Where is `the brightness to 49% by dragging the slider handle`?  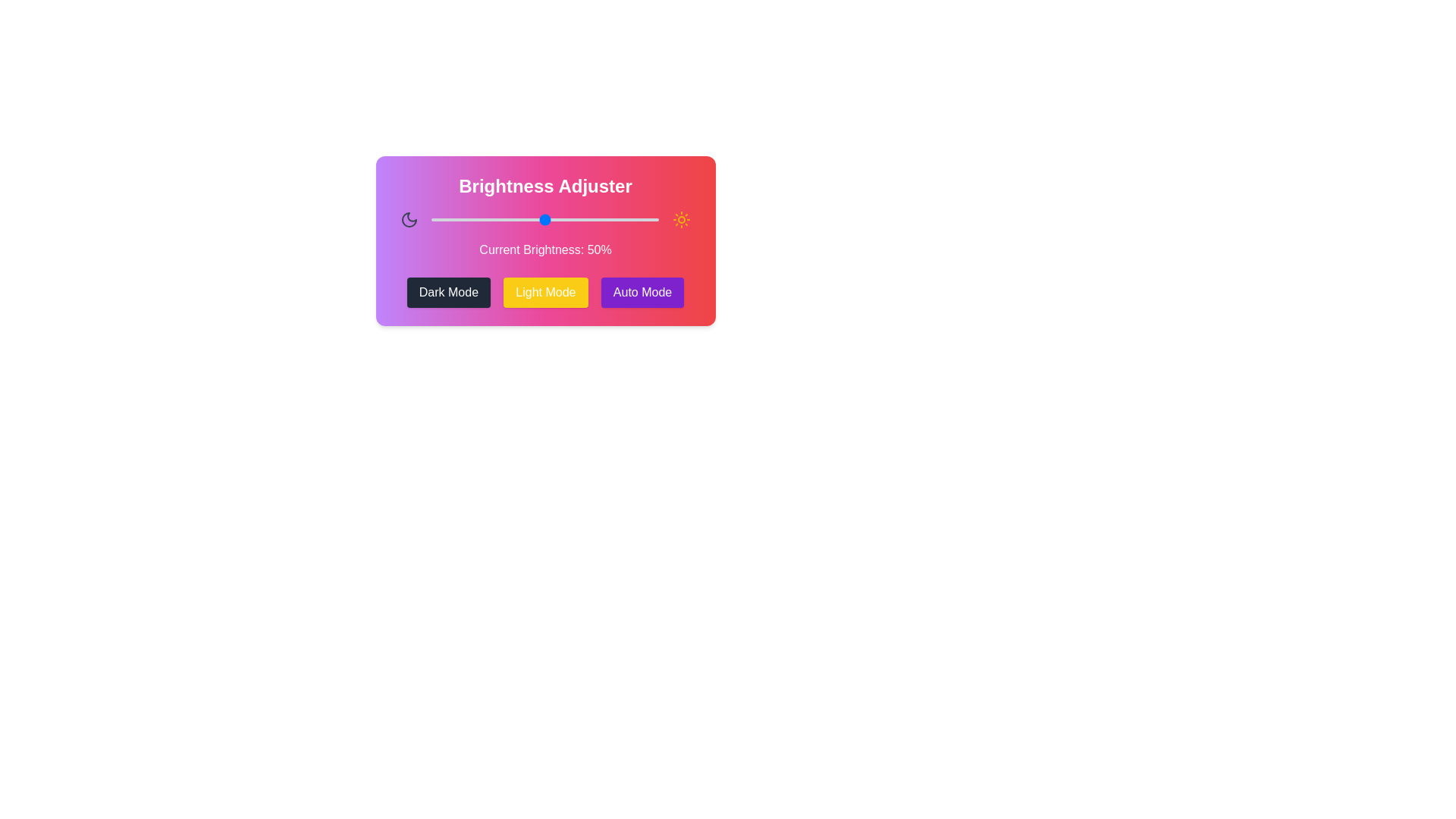
the brightness to 49% by dragging the slider handle is located at coordinates (543, 219).